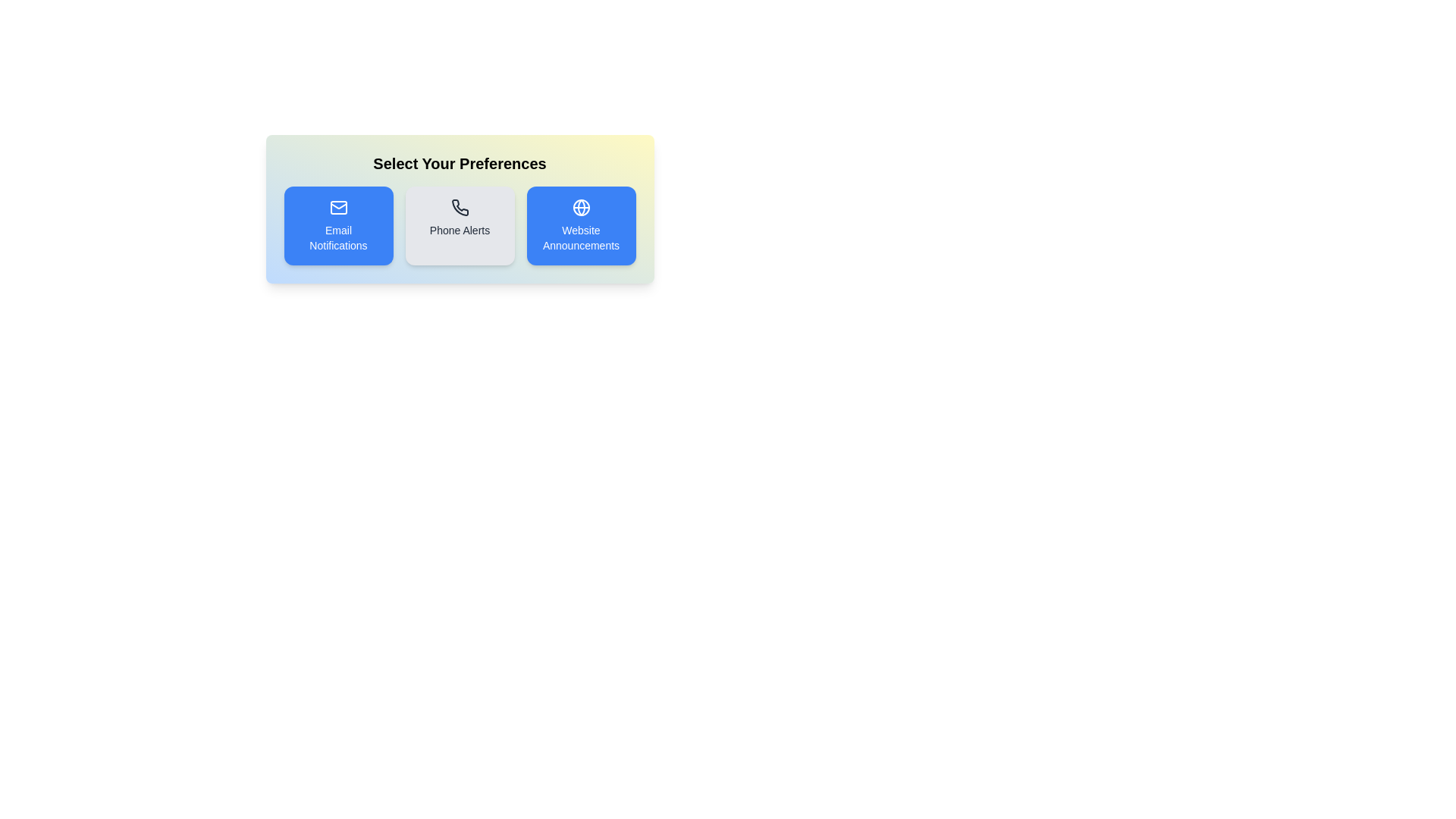 The image size is (1456, 819). I want to click on the 'Website Announcements' option to toggle its selection status, so click(580, 225).